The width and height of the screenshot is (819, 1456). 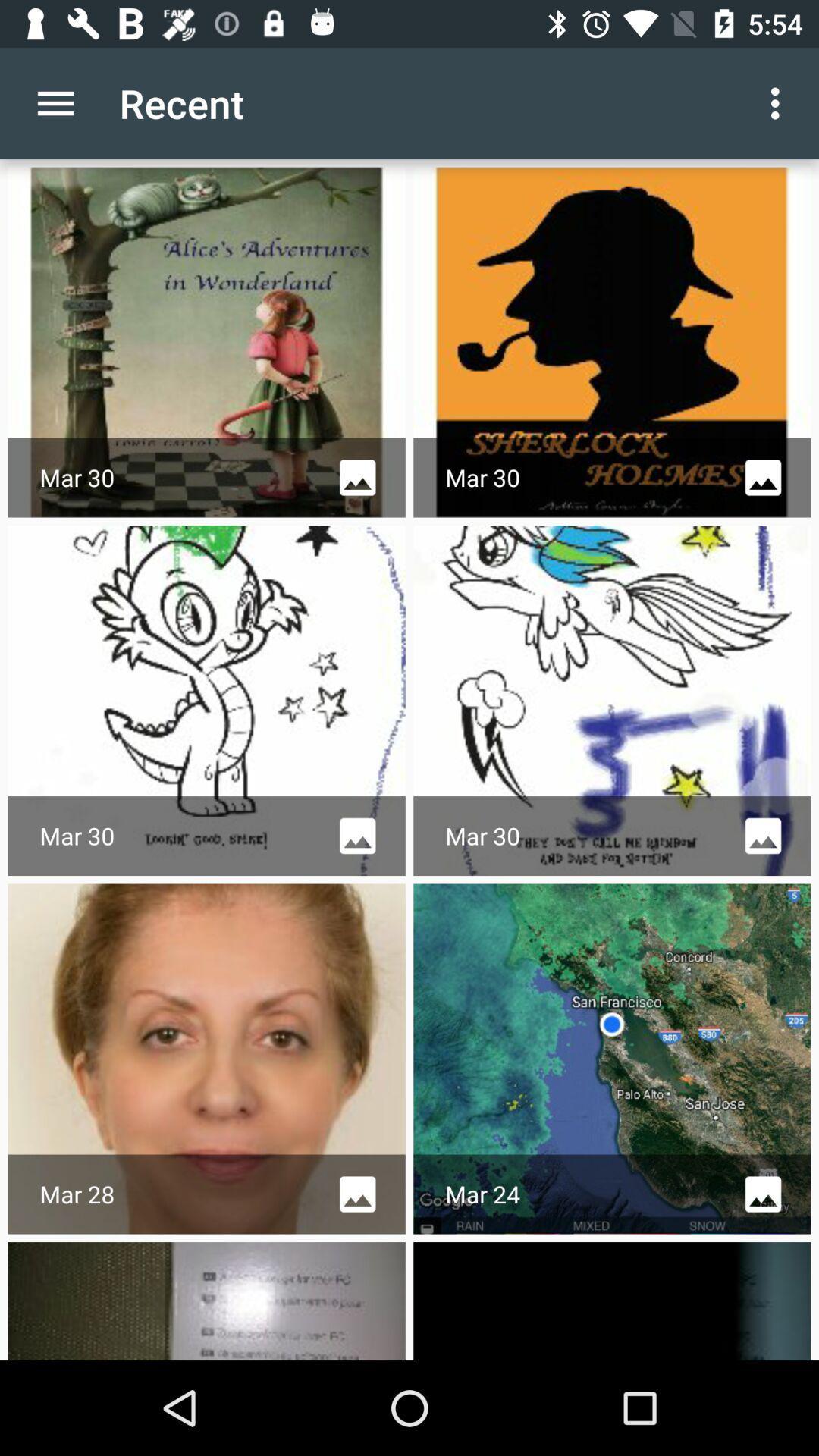 What do you see at coordinates (55, 102) in the screenshot?
I see `the app next to recent icon` at bounding box center [55, 102].